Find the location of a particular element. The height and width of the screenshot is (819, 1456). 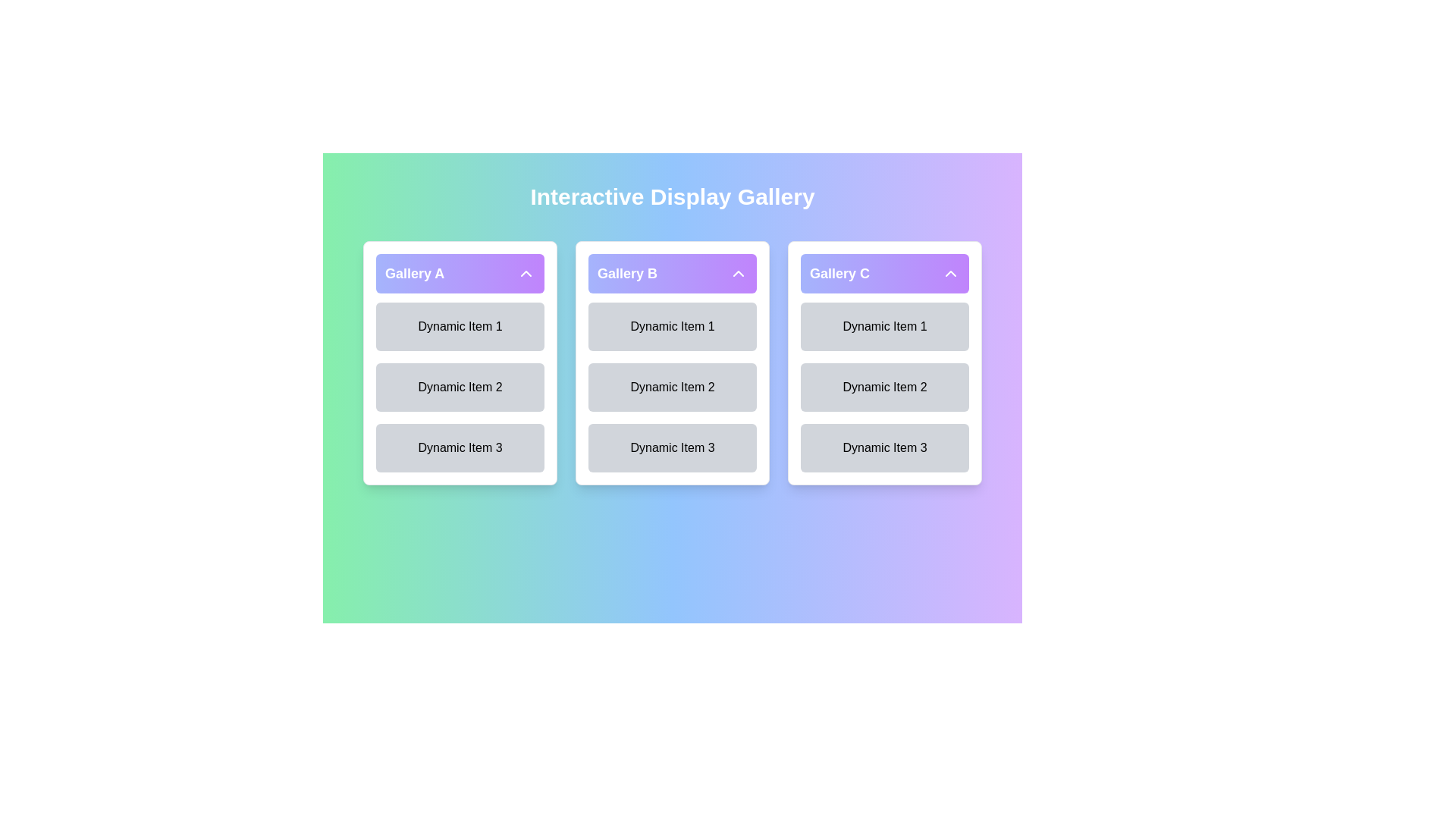

the chevron-shaped icon at the right edge of the purple title bar for 'Gallery A' is located at coordinates (526, 274).